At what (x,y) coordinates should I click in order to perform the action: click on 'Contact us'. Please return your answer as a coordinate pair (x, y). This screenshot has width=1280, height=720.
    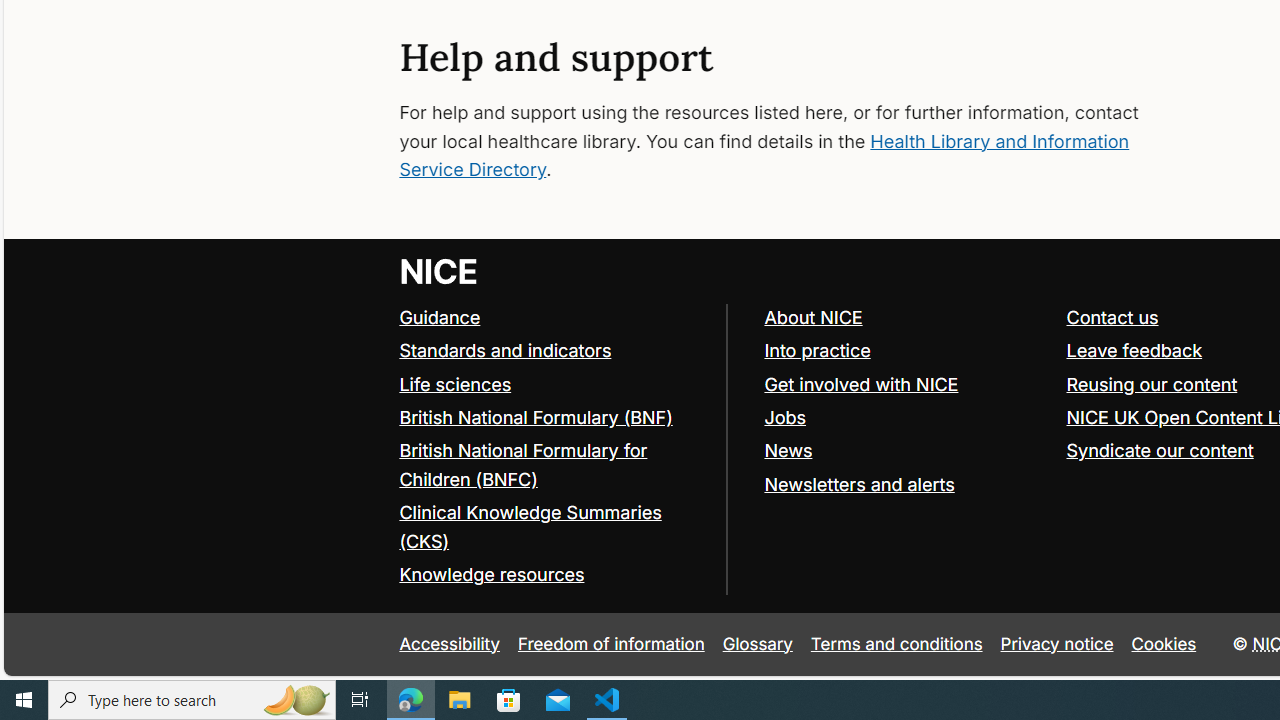
    Looking at the image, I should click on (1111, 316).